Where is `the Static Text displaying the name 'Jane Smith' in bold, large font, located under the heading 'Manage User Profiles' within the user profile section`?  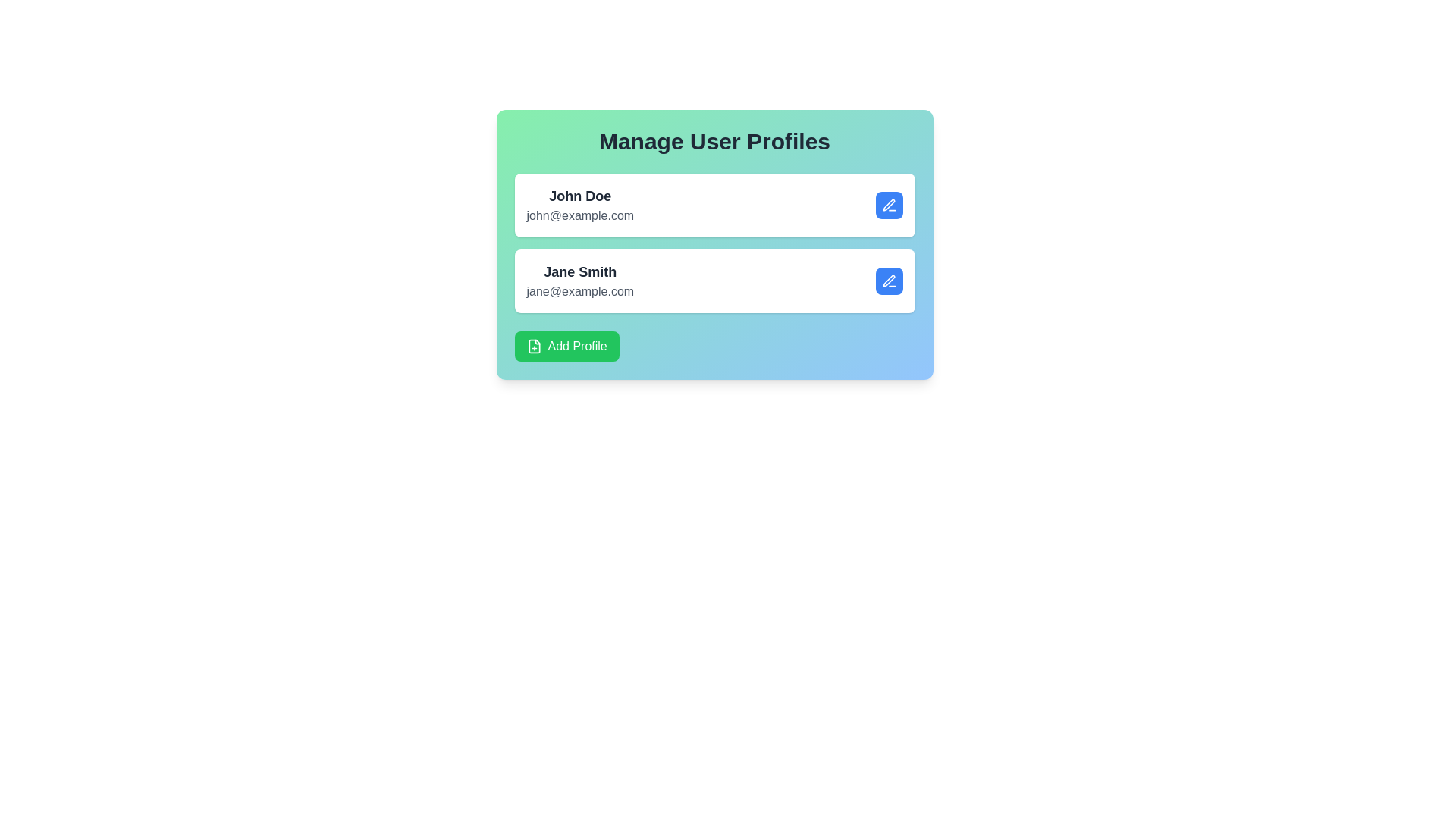 the Static Text displaying the name 'Jane Smith' in bold, large font, located under the heading 'Manage User Profiles' within the user profile section is located at coordinates (579, 271).